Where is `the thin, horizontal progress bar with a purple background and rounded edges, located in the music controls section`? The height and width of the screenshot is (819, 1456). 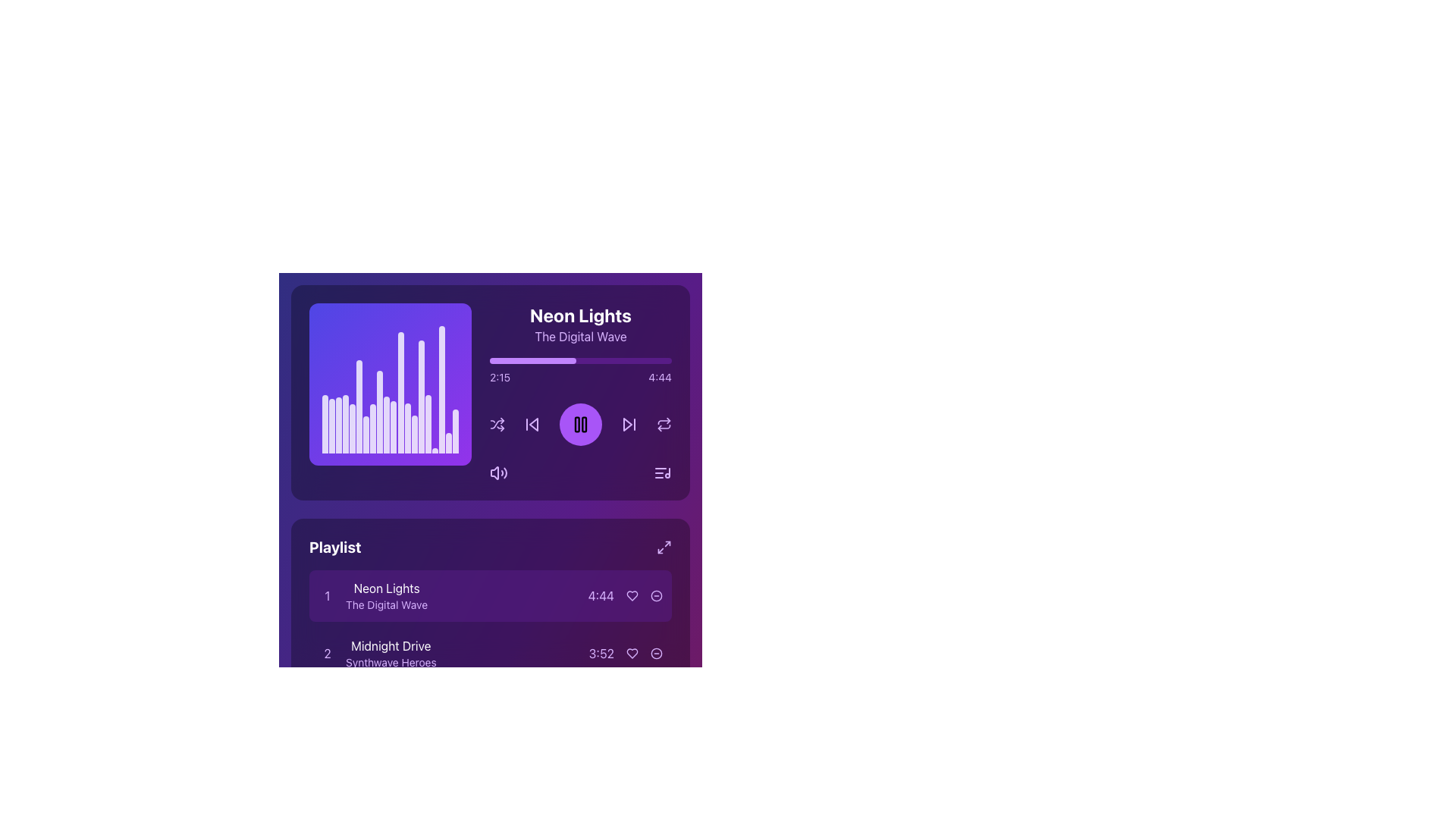
the thin, horizontal progress bar with a purple background and rounded edges, located in the music controls section is located at coordinates (580, 360).